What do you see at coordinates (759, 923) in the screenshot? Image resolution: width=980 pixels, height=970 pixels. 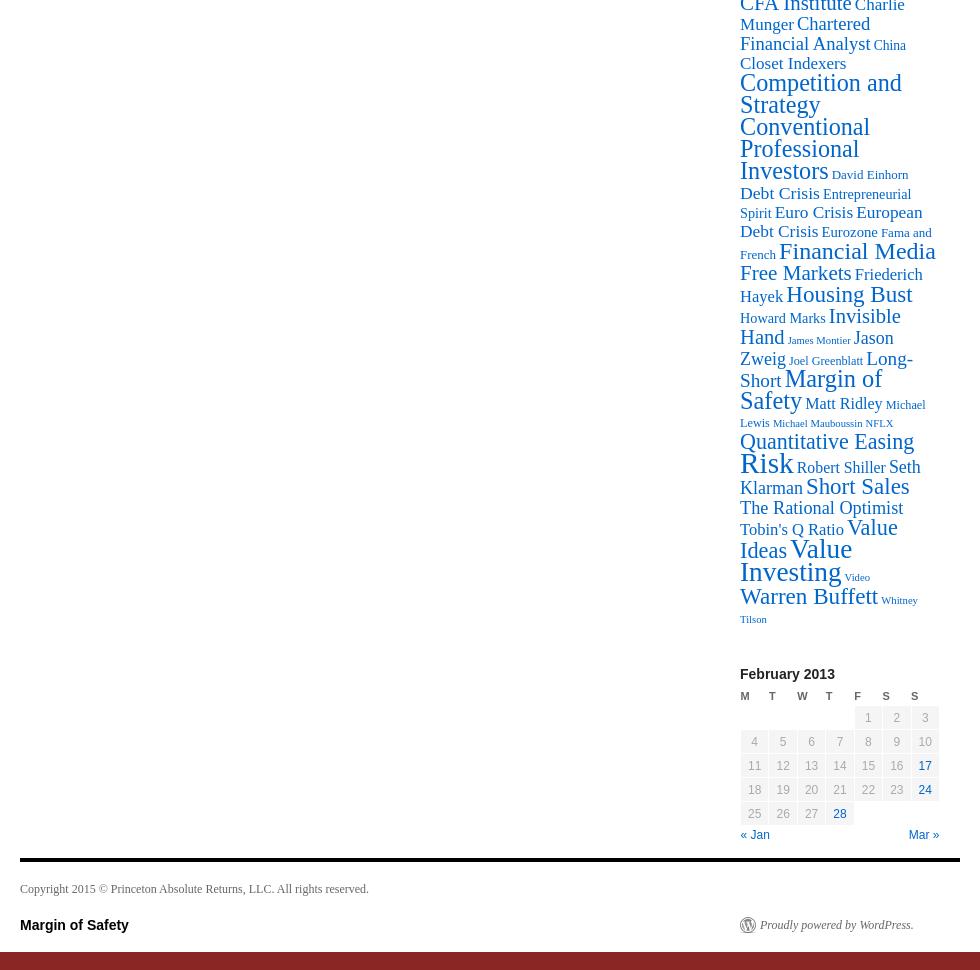 I see `'Proudly powered by WordPress.'` at bounding box center [759, 923].